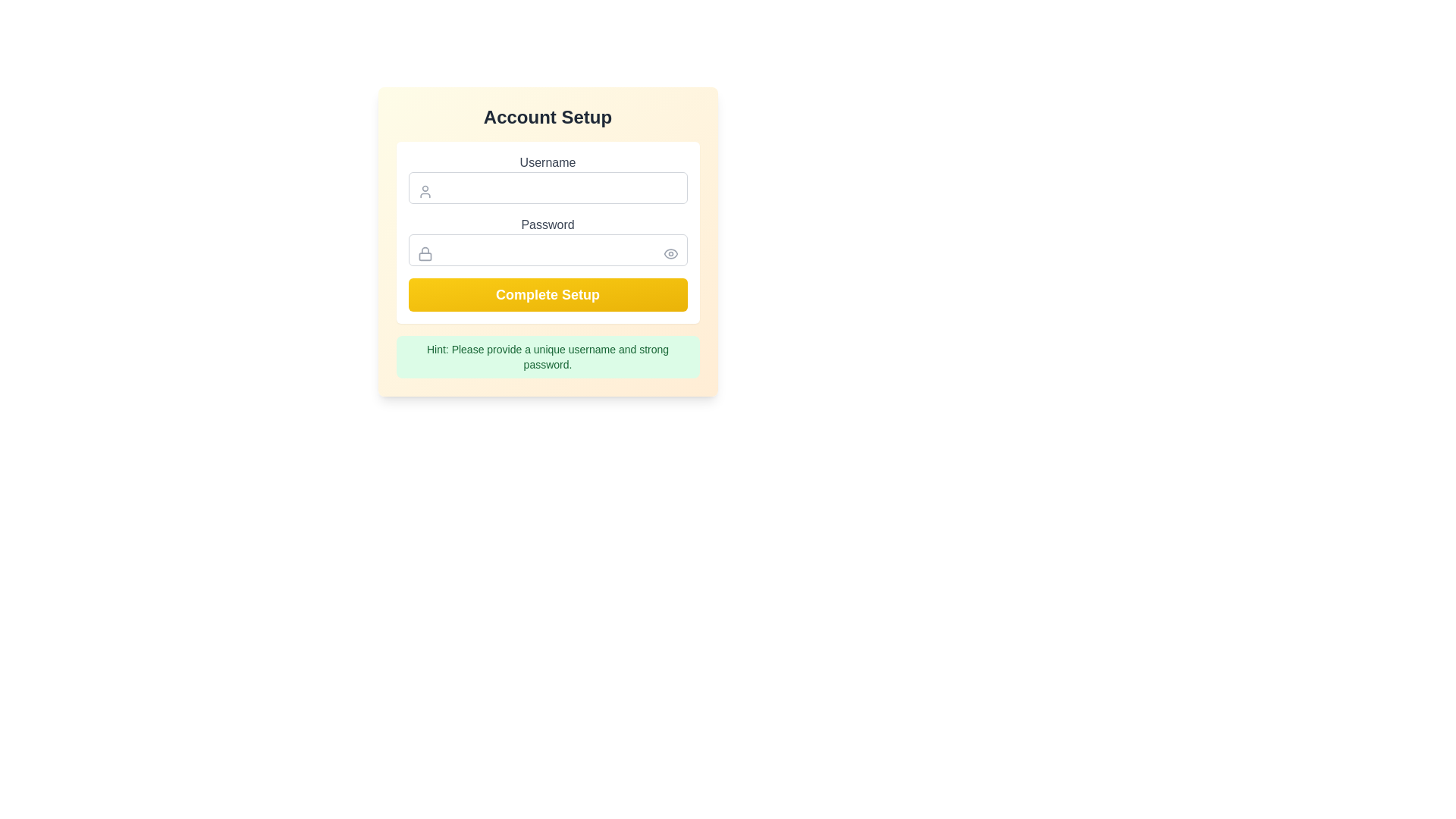 This screenshot has height=819, width=1456. I want to click on the 'Complete Setup' button, which has a gradient background from yellow to orange and bold white text, so click(547, 295).